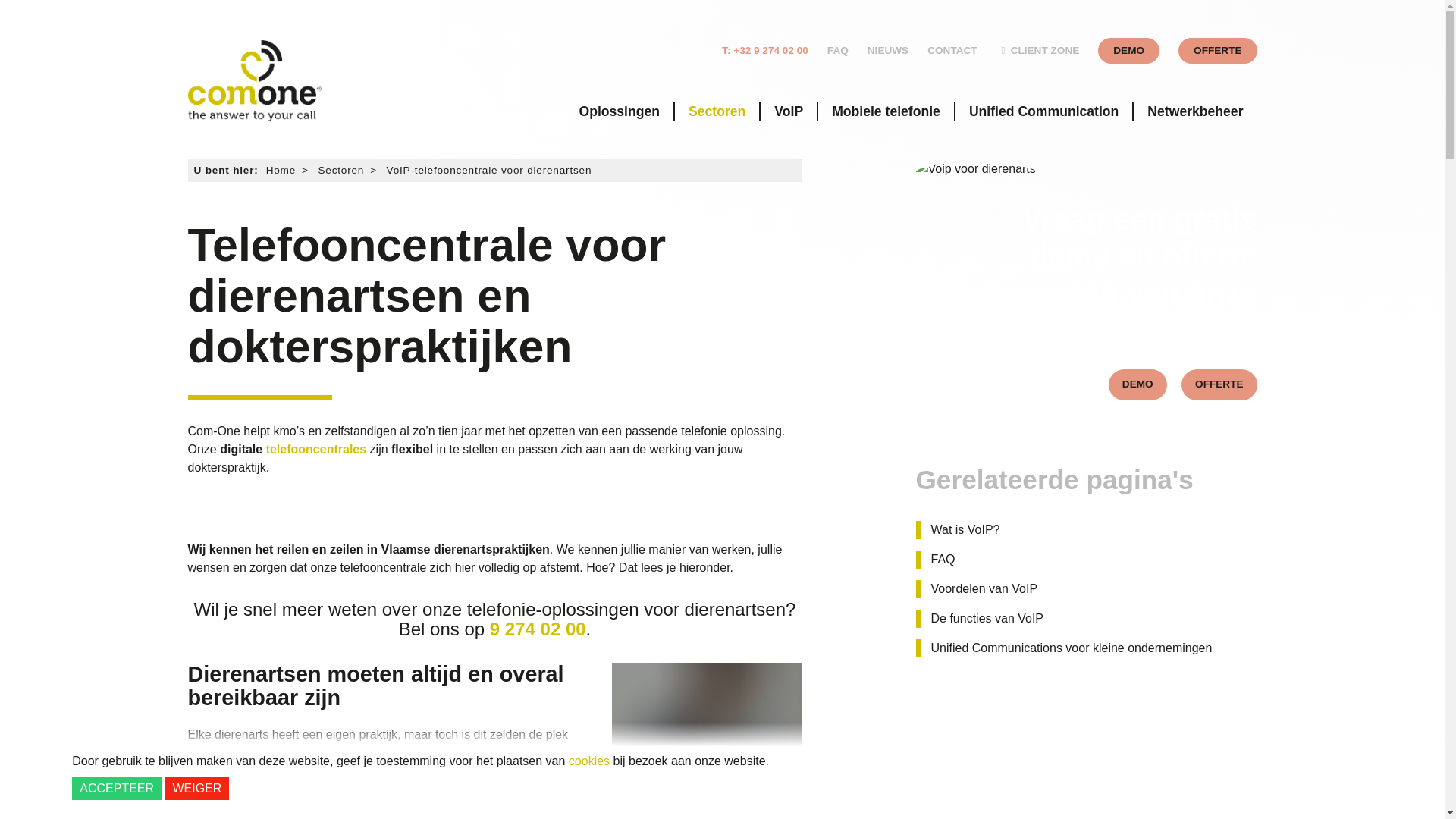 This screenshot has width=1456, height=819. What do you see at coordinates (567, 761) in the screenshot?
I see `'cookies'` at bounding box center [567, 761].